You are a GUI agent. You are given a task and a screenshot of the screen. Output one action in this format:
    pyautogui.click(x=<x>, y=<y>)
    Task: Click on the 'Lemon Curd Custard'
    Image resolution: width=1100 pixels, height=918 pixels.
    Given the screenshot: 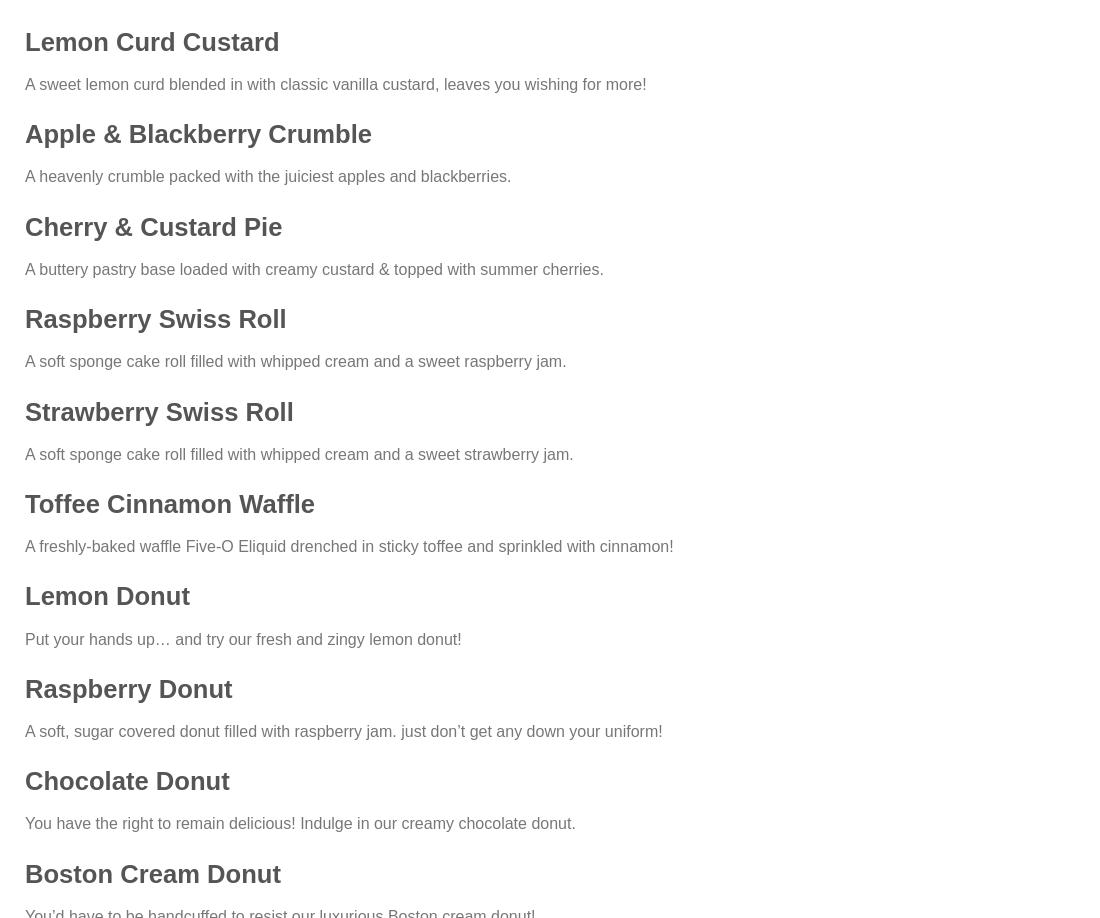 What is the action you would take?
    pyautogui.click(x=151, y=41)
    